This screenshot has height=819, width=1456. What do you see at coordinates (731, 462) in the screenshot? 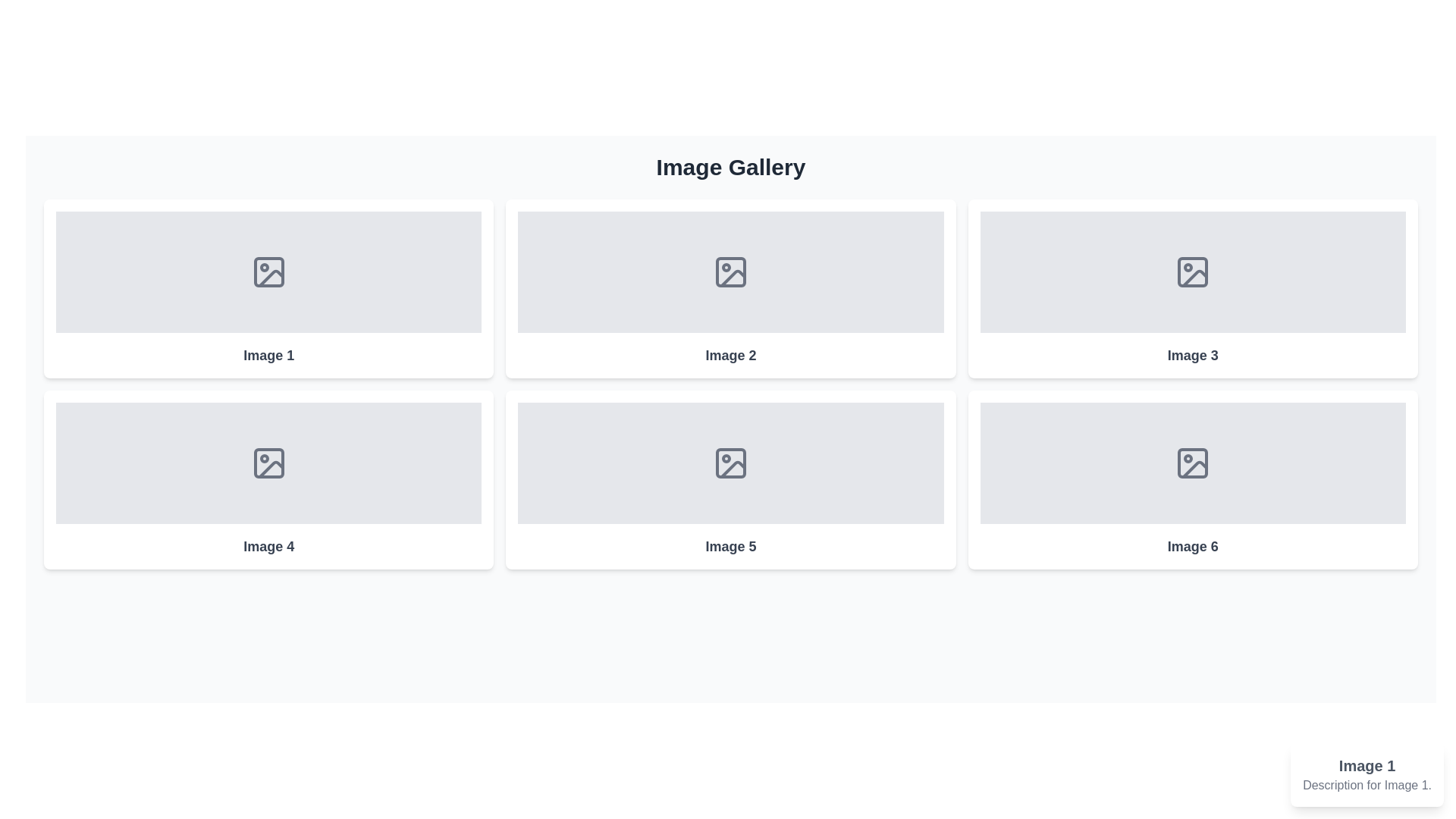
I see `the decorative visual indicator icon for the image placeholder located in the lower row, second column of a 2x3 grid layout` at bounding box center [731, 462].